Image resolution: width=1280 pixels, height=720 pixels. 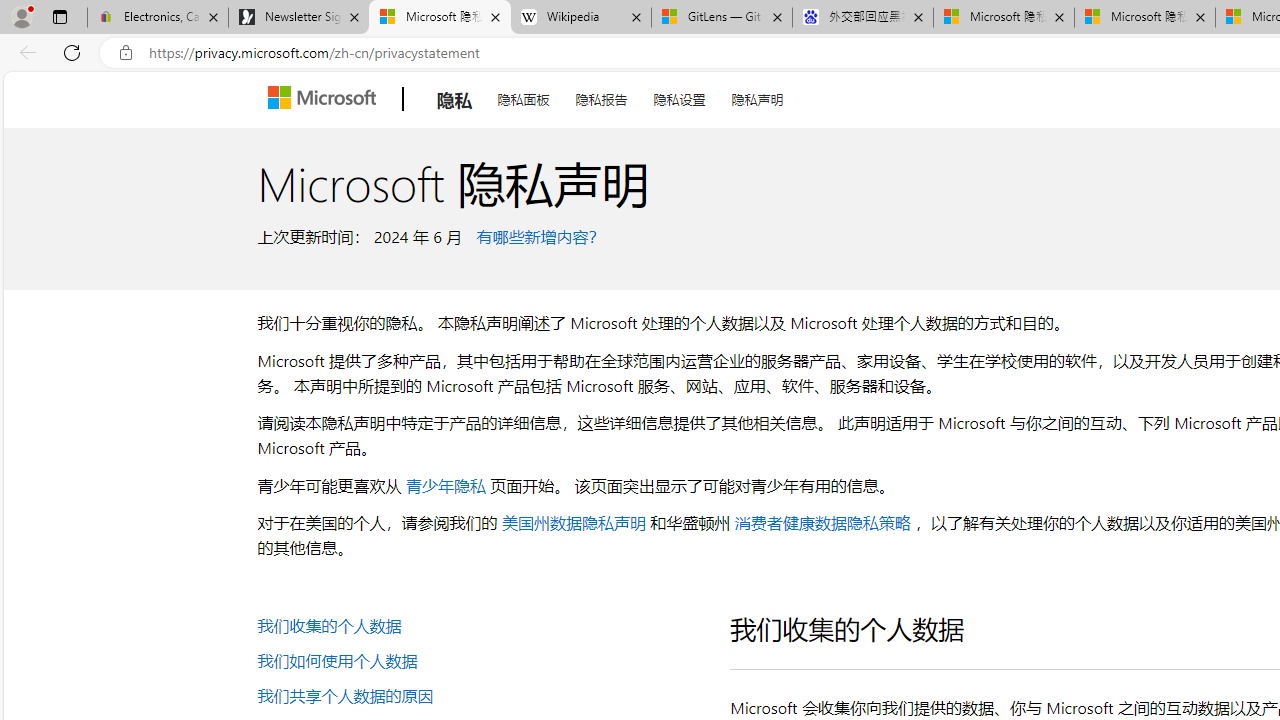 What do you see at coordinates (580, 17) in the screenshot?
I see `'Wikipedia'` at bounding box center [580, 17].